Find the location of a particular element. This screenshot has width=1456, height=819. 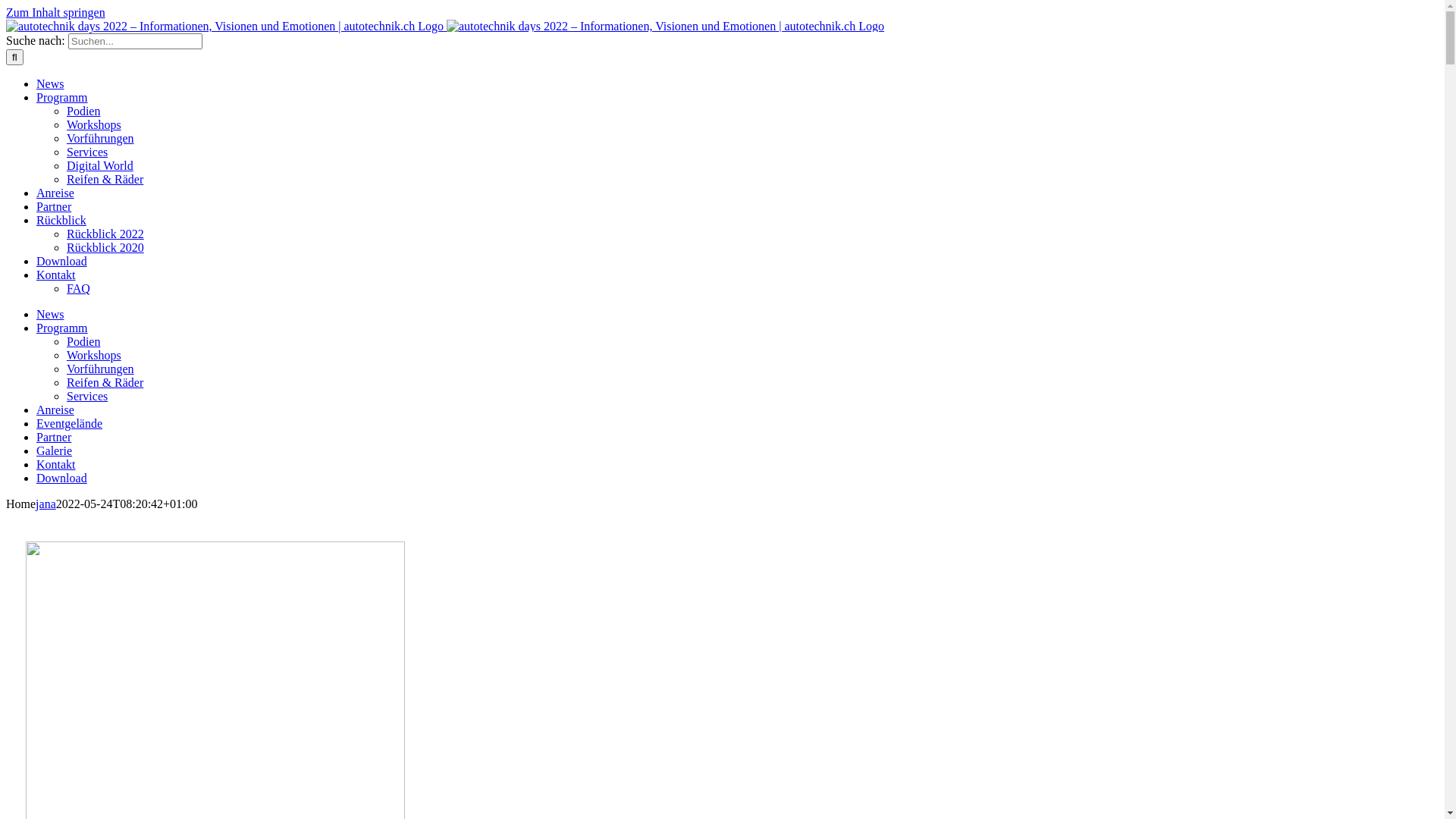

'Kontakt' is located at coordinates (55, 463).